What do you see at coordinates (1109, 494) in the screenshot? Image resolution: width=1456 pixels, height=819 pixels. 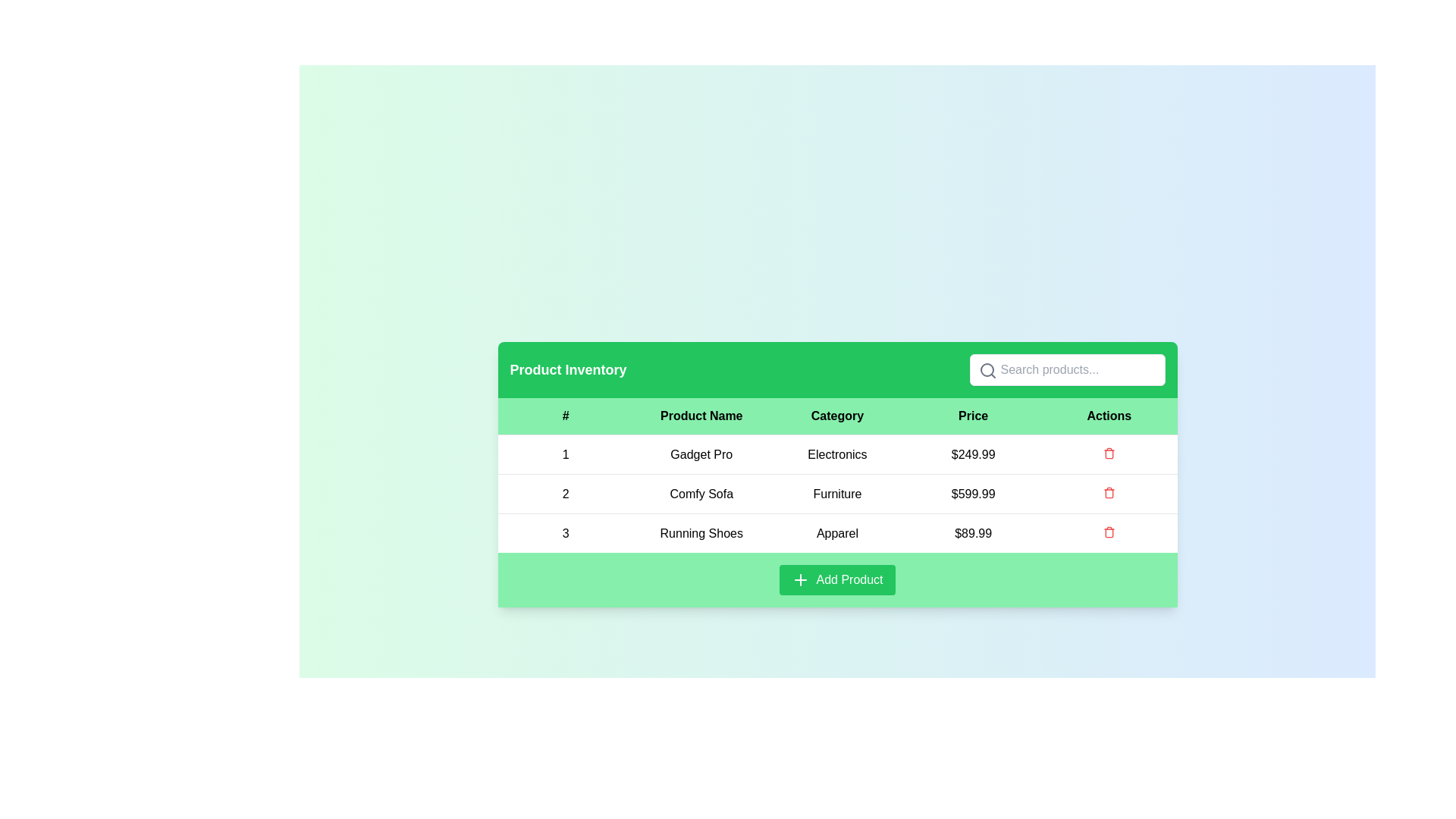 I see `the delete button in the 'Actions' column of the second row` at bounding box center [1109, 494].